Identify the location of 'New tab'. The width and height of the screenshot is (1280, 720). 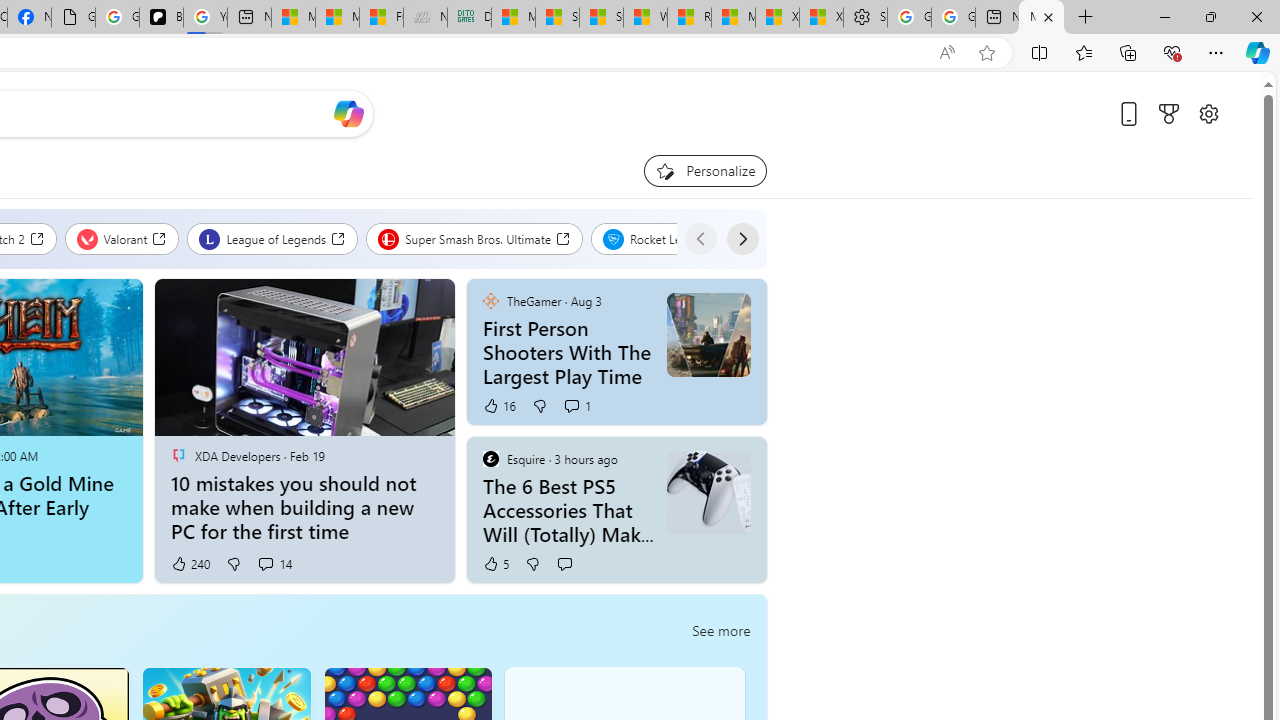
(997, 17).